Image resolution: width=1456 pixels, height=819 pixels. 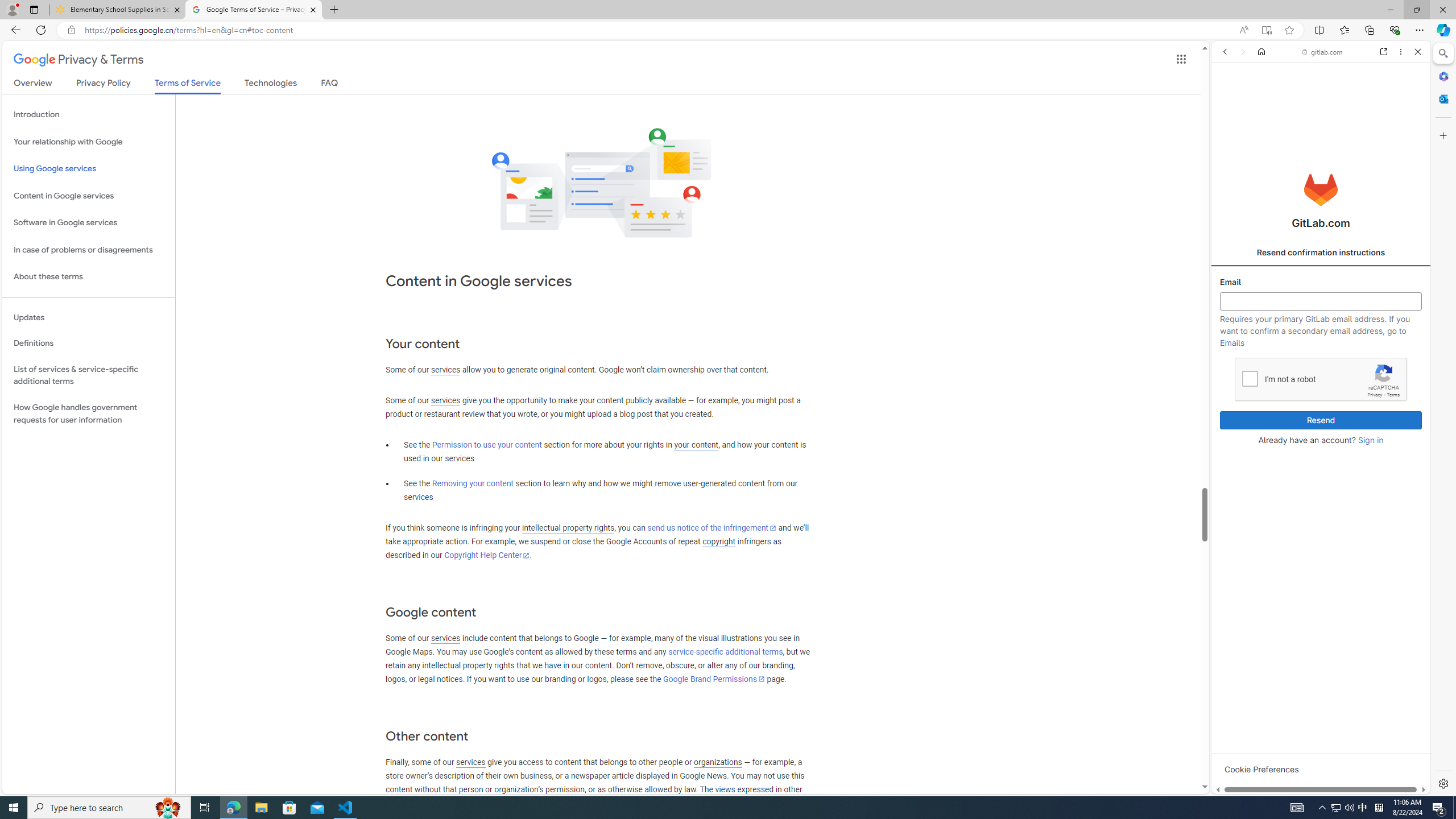 I want to click on 'Emails', so click(x=1232, y=342).